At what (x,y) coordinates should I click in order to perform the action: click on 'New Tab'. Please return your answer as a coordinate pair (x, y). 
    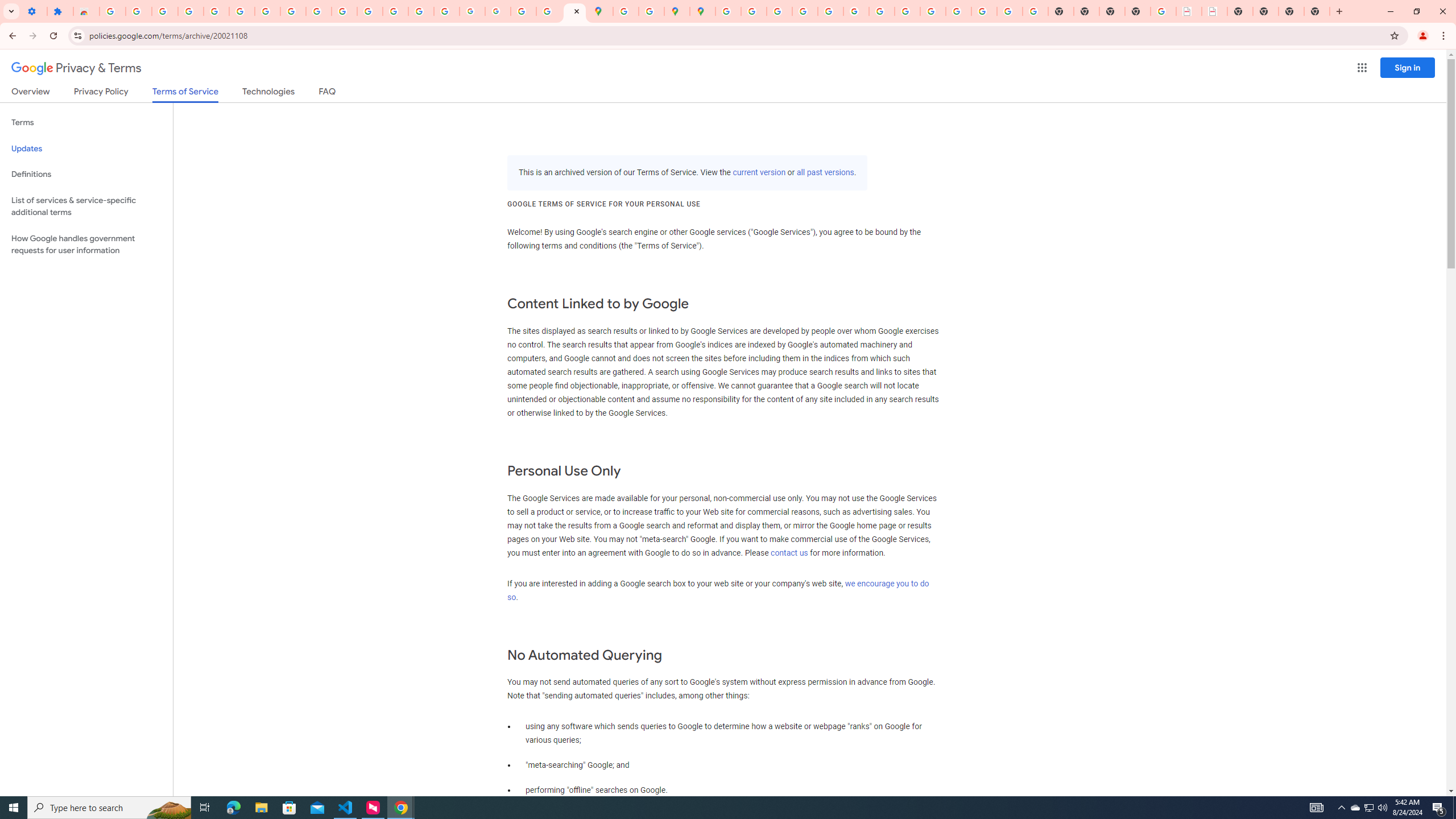
    Looking at the image, I should click on (1317, 11).